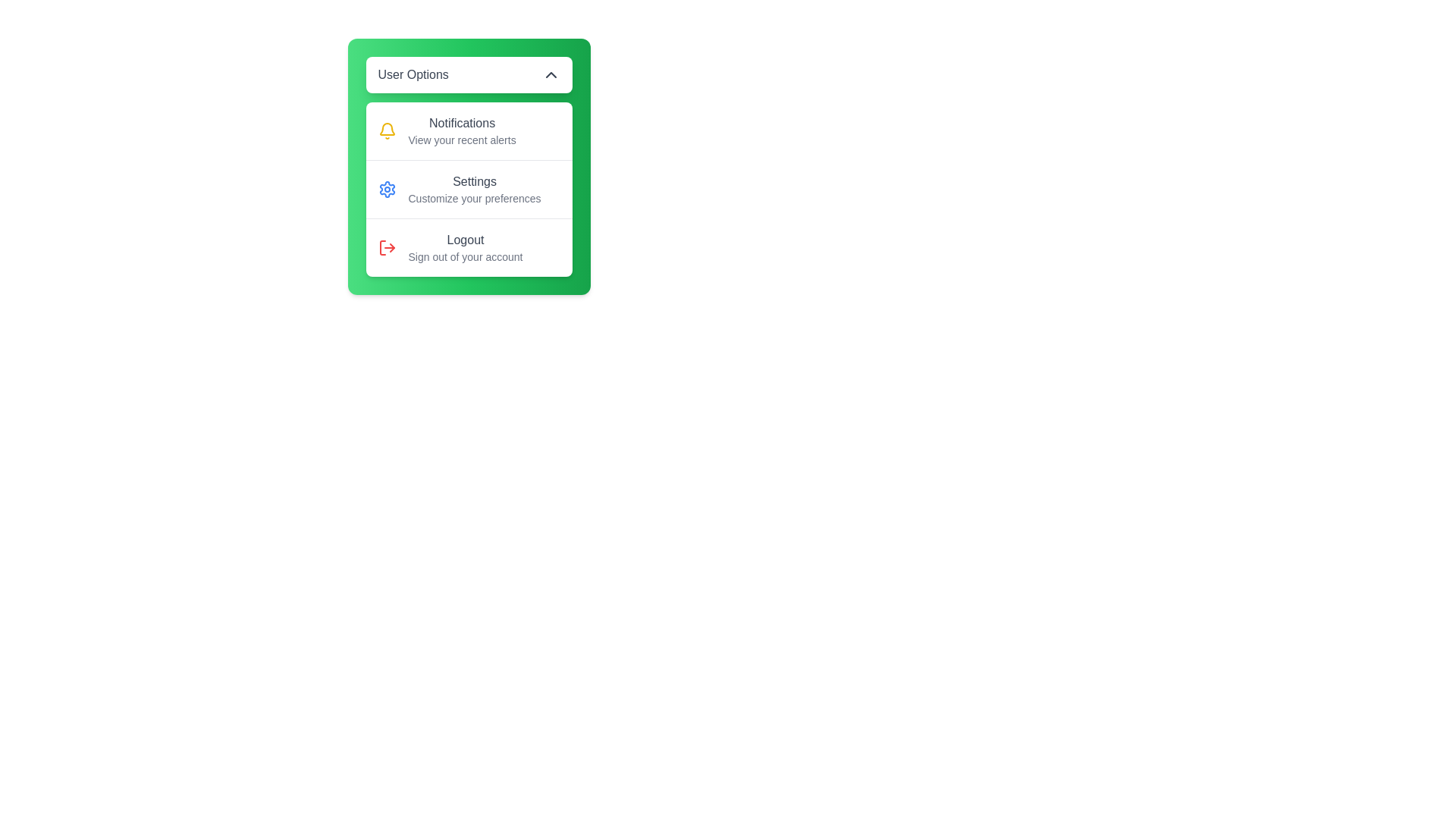  What do you see at coordinates (392, 247) in the screenshot?
I see `the logout symbol located in the third row of the user options dropdown menu, which visually represents the action of logging out, positioned to the left of the 'Logout' label` at bounding box center [392, 247].